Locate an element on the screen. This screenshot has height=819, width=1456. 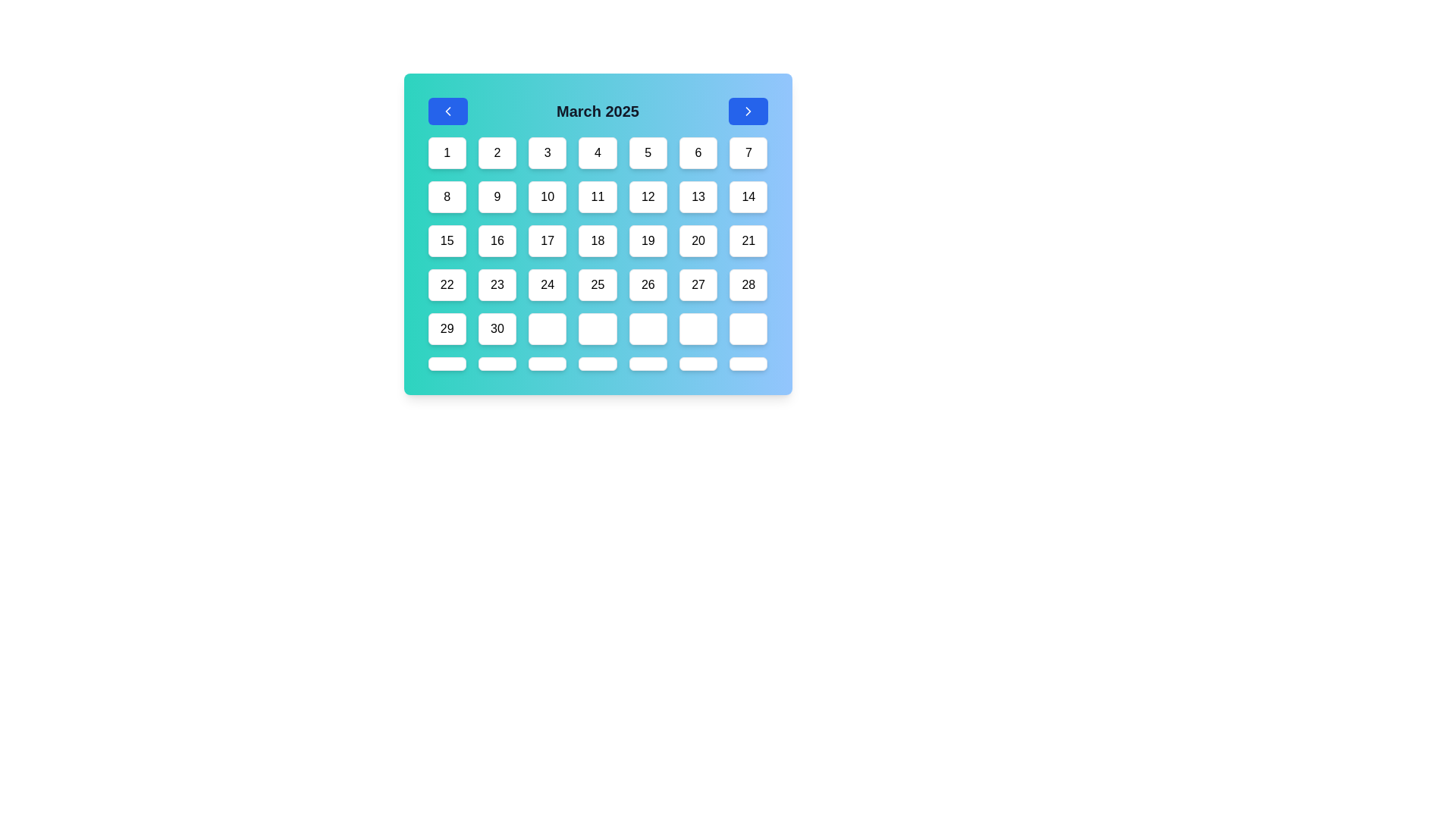
the date selection button located as the 8th item in the 3rd row of the calendar interface is located at coordinates (446, 240).